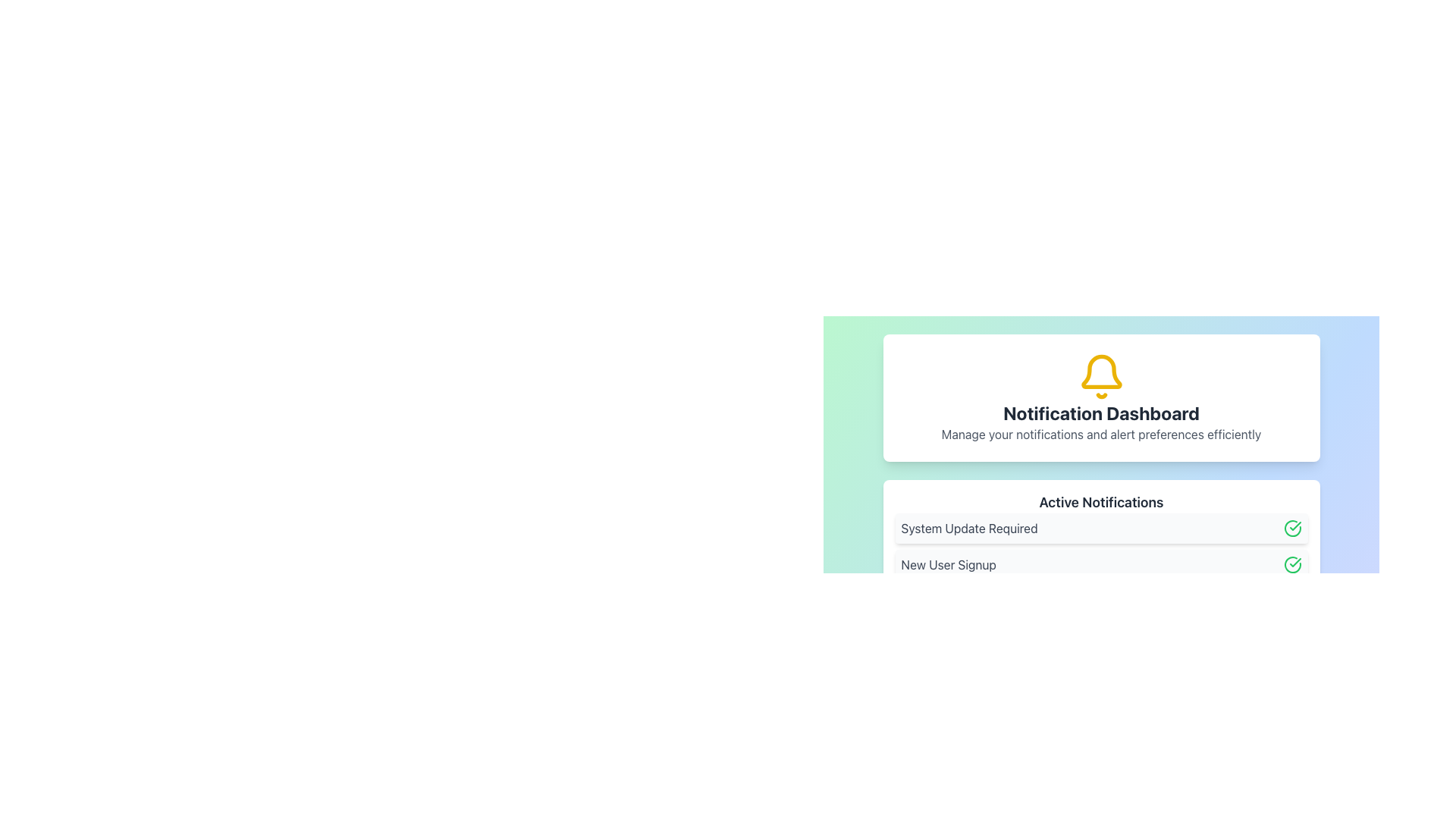  I want to click on the status indication of the success icon located at the far right of the 'New User Signup' notification entry, which is aligned horizontally with the text label and vertically centered within the entry, so click(1291, 564).